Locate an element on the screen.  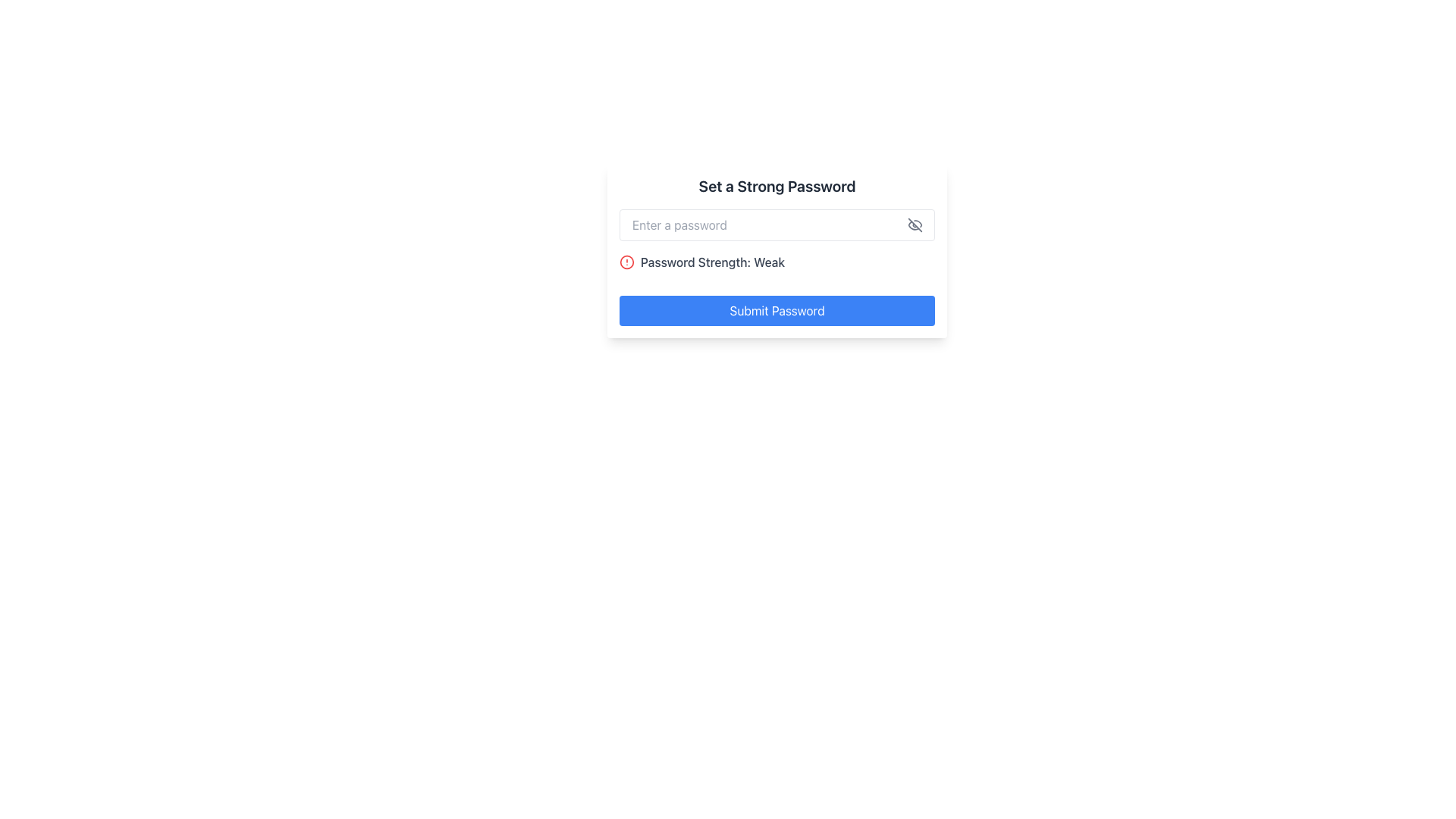
the diagonal strikethrough line of the eye icon within the password input field is located at coordinates (914, 225).